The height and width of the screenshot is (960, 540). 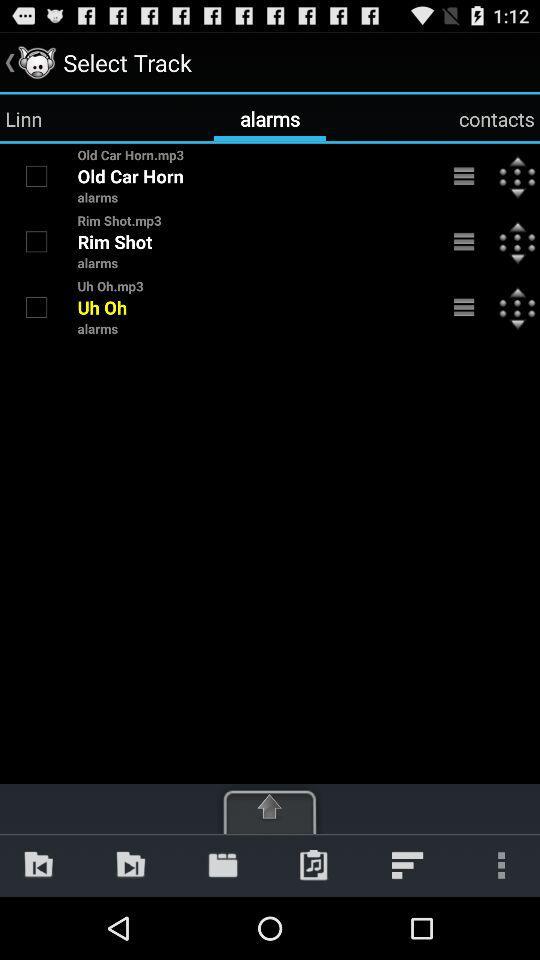 What do you see at coordinates (36, 62) in the screenshot?
I see `the emoji at the top left corner` at bounding box center [36, 62].